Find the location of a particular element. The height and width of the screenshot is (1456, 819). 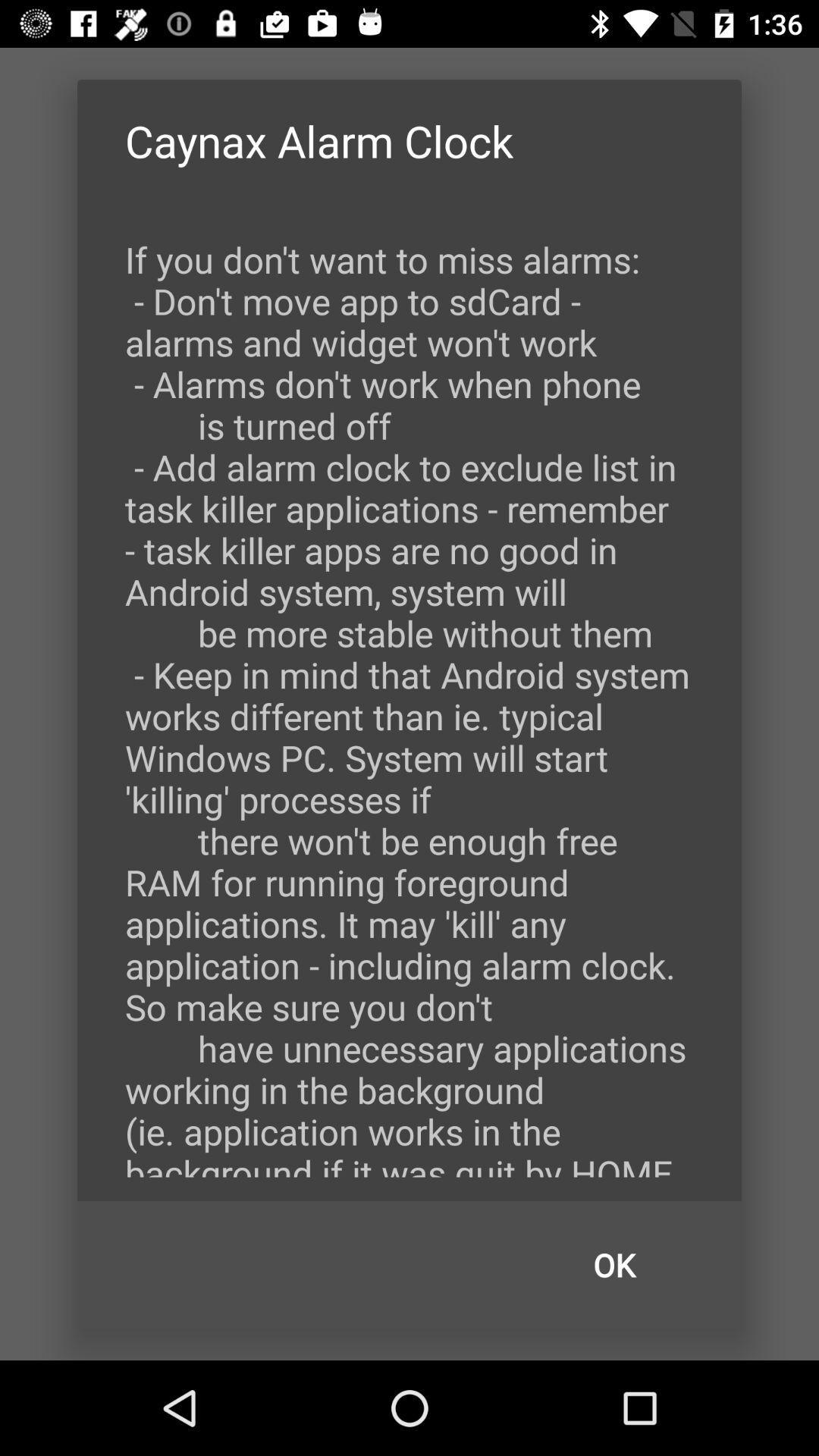

the ok item is located at coordinates (614, 1265).